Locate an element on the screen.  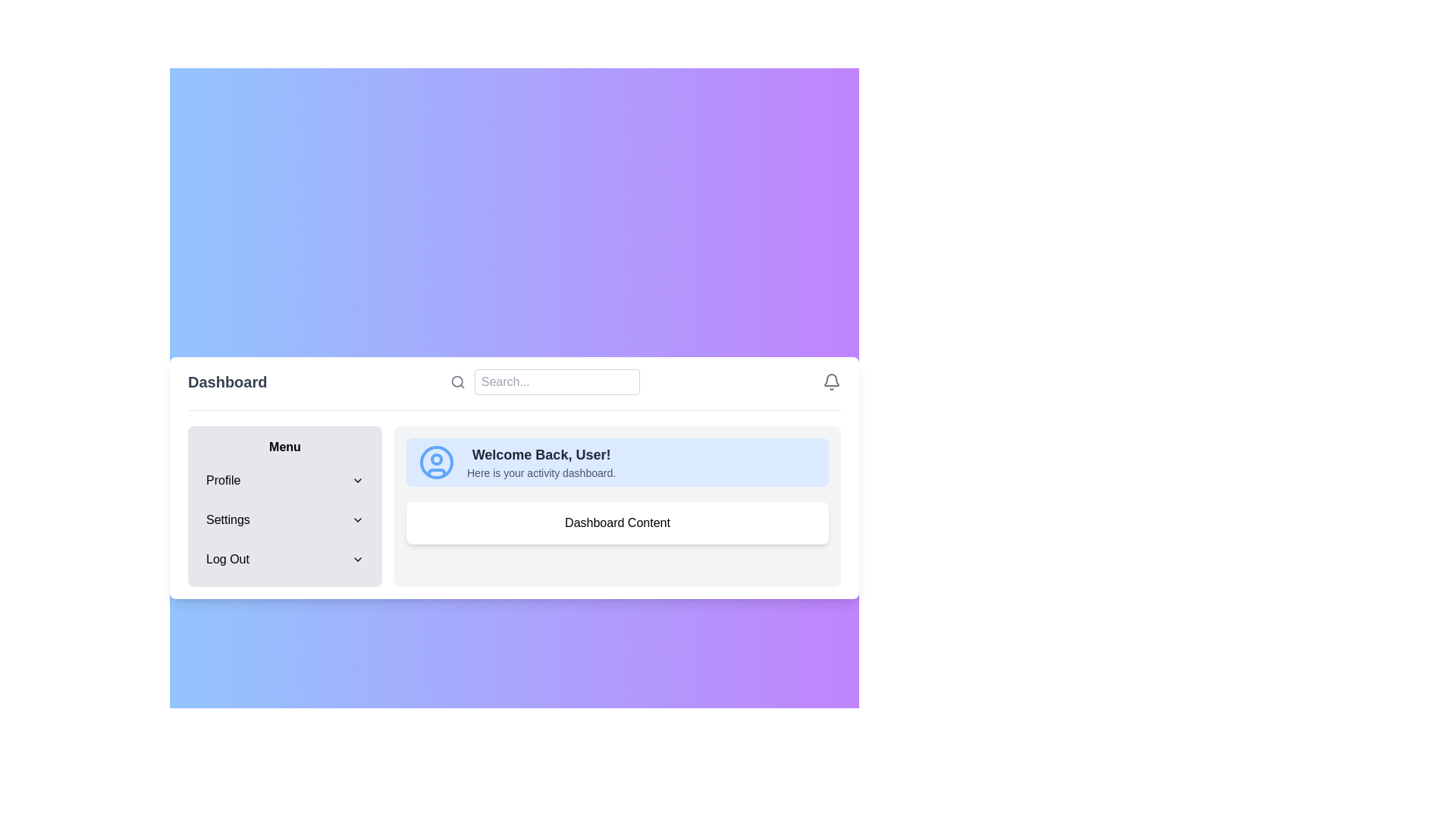
the static text label that identifies the current section of the app as 'Dashboard', located in the upper-left corner of the header area, to the left of the search input field and search icon is located at coordinates (227, 381).